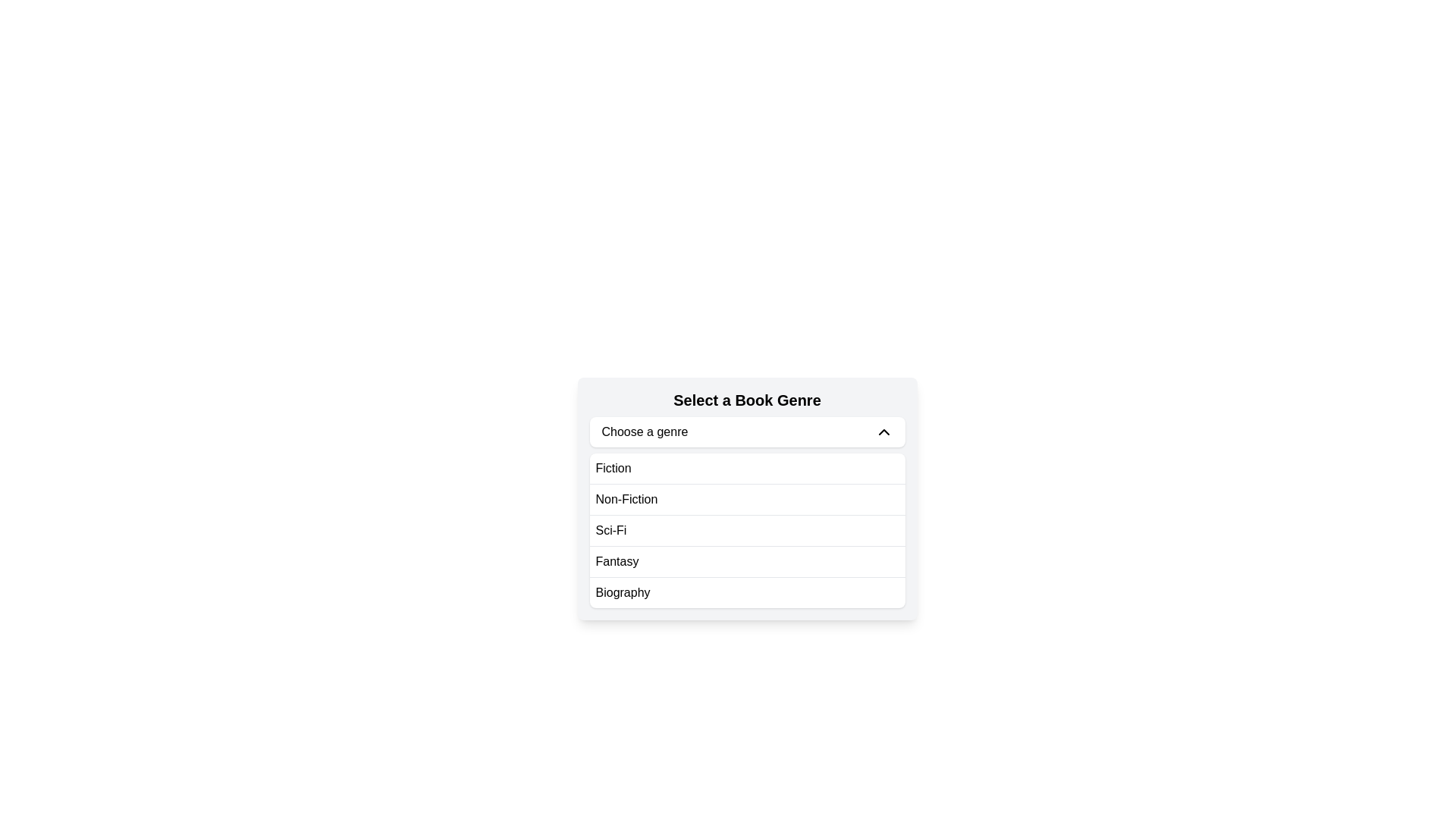 Image resolution: width=1456 pixels, height=819 pixels. What do you see at coordinates (883, 432) in the screenshot?
I see `the upward chevron icon used for collapsing the dropdown menu, positioned to the right of the 'Choose a genre' text` at bounding box center [883, 432].